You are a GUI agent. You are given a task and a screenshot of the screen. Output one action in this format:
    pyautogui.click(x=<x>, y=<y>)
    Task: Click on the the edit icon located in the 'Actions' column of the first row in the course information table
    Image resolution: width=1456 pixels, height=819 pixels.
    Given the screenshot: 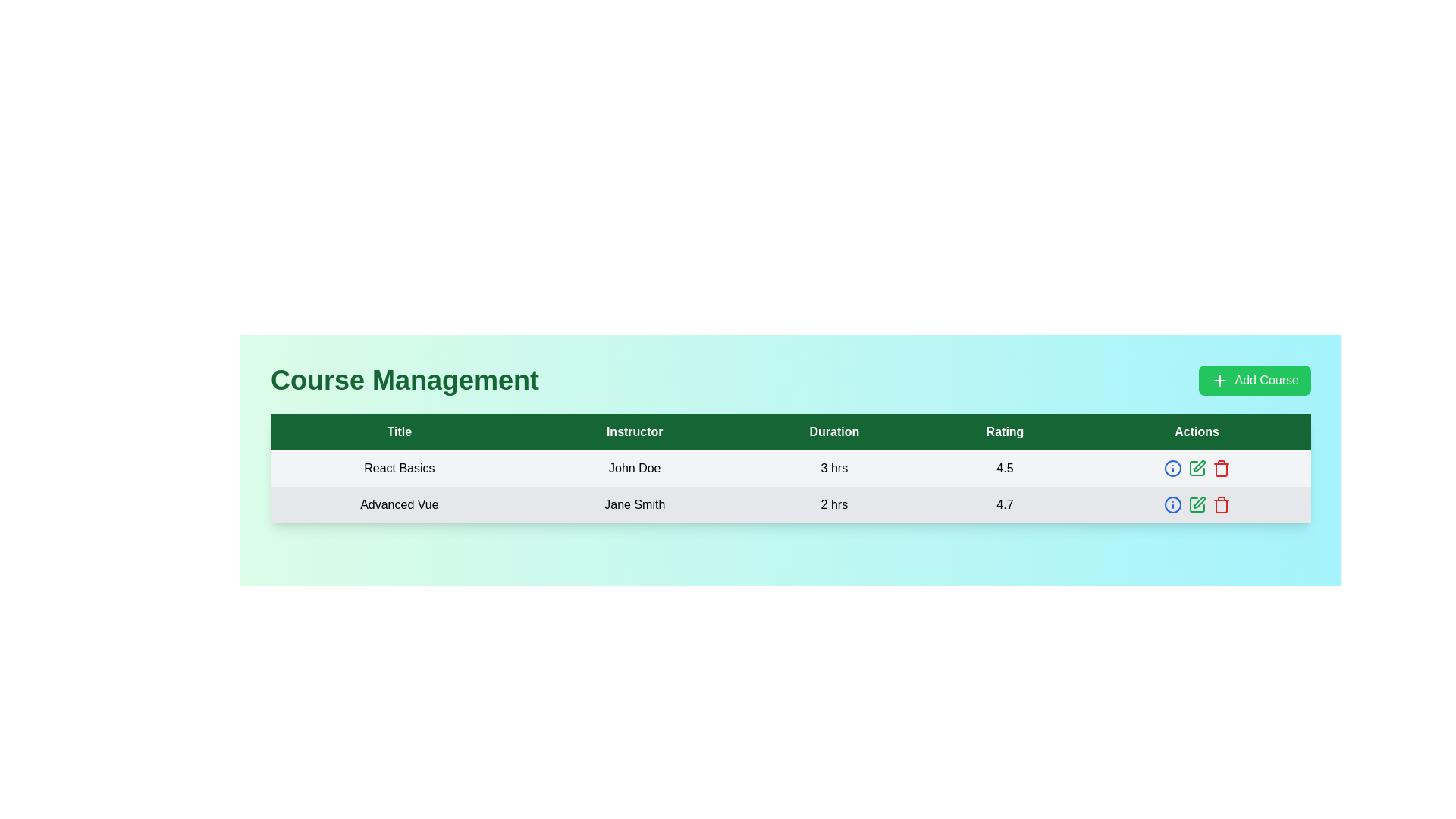 What is the action you would take?
    pyautogui.click(x=1196, y=467)
    